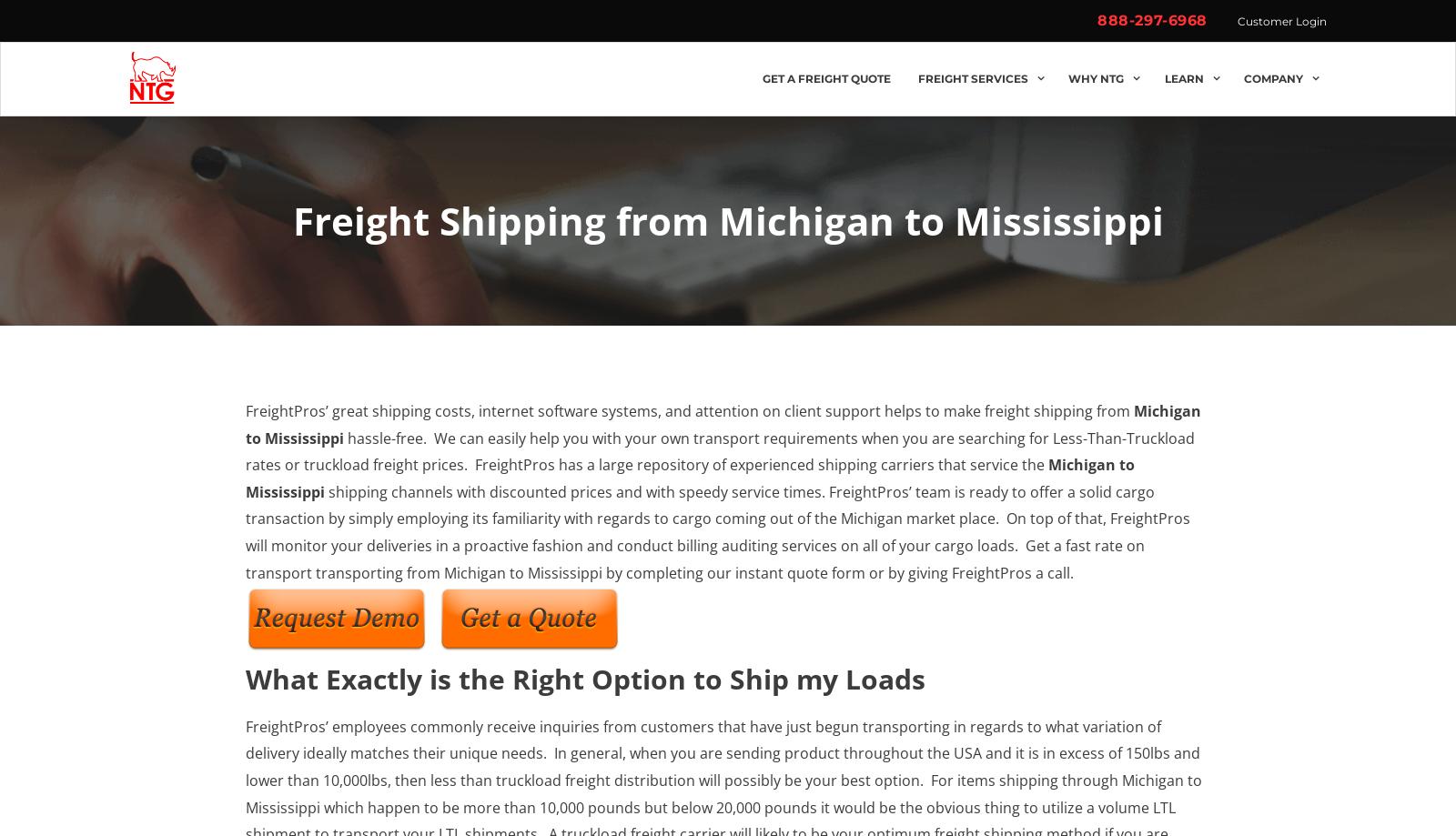 This screenshot has width=1456, height=836. I want to click on 'Get a Freight Quote', so click(824, 77).